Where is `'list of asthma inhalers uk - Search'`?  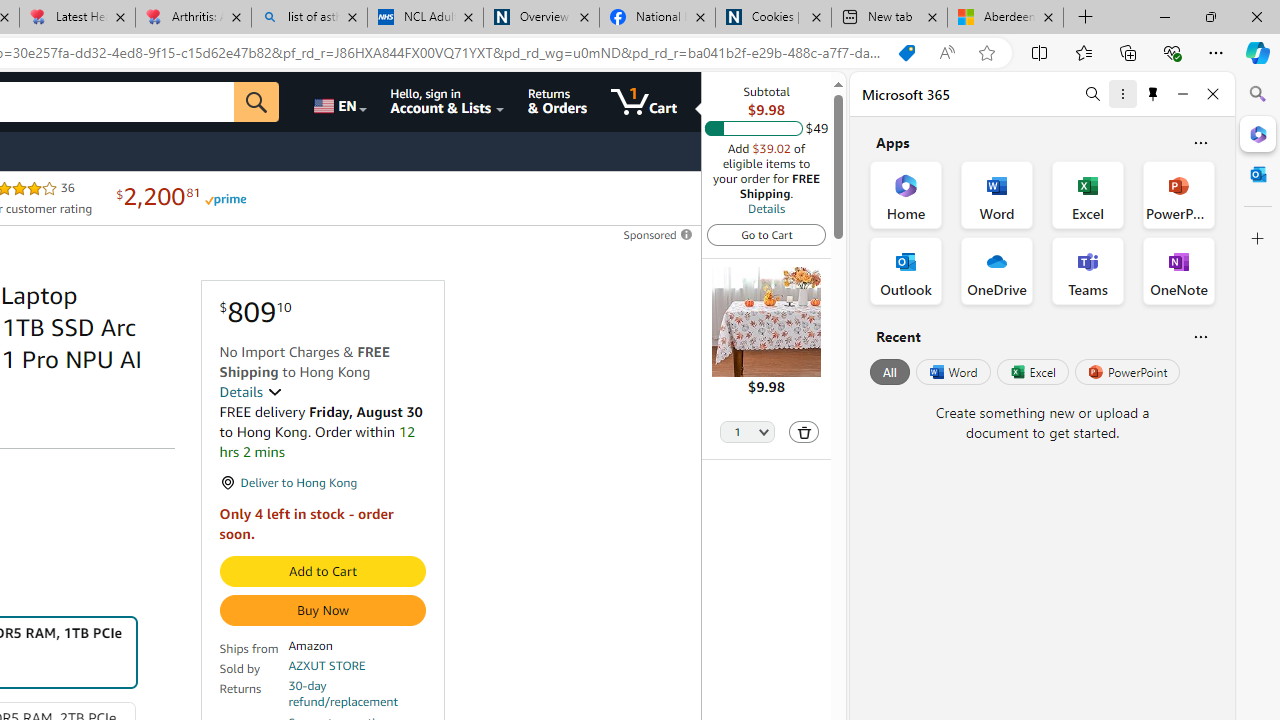
'list of asthma inhalers uk - Search' is located at coordinates (308, 17).